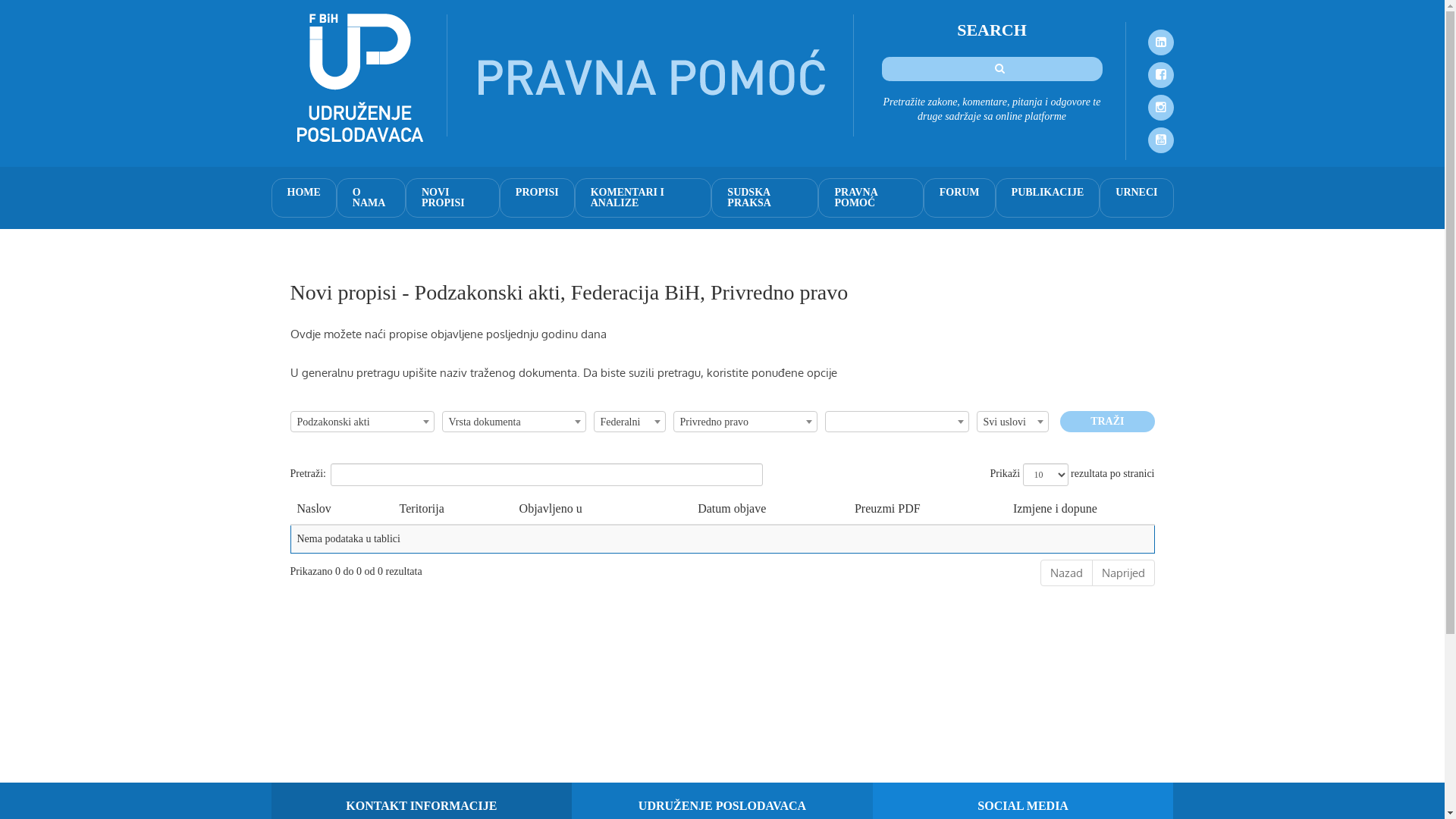 This screenshot has height=819, width=1456. I want to click on 'O NAMA', so click(371, 197).